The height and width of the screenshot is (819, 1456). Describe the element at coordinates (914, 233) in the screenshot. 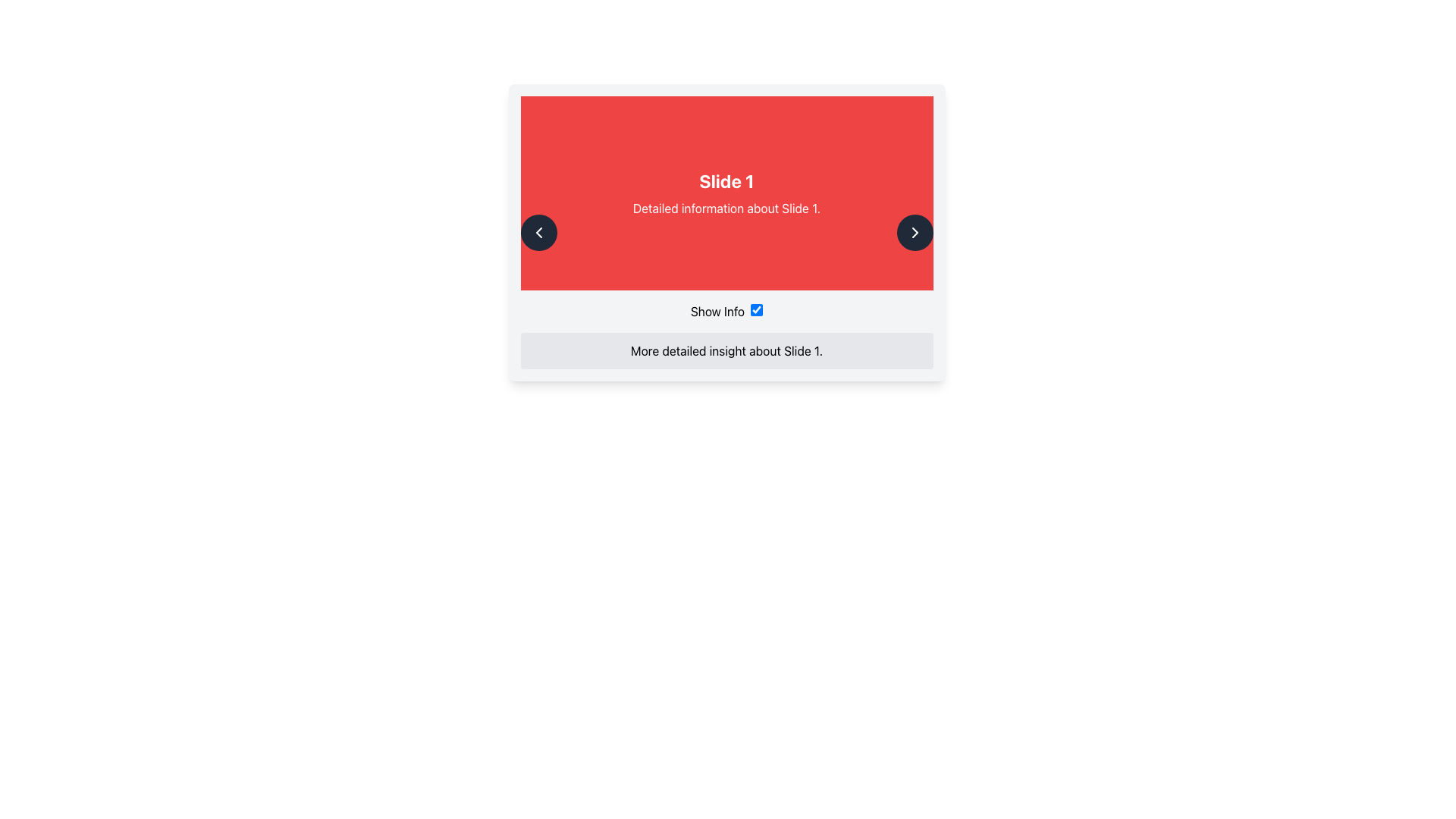

I see `the 'next slide' button located on the right side of the slideshow area` at that location.